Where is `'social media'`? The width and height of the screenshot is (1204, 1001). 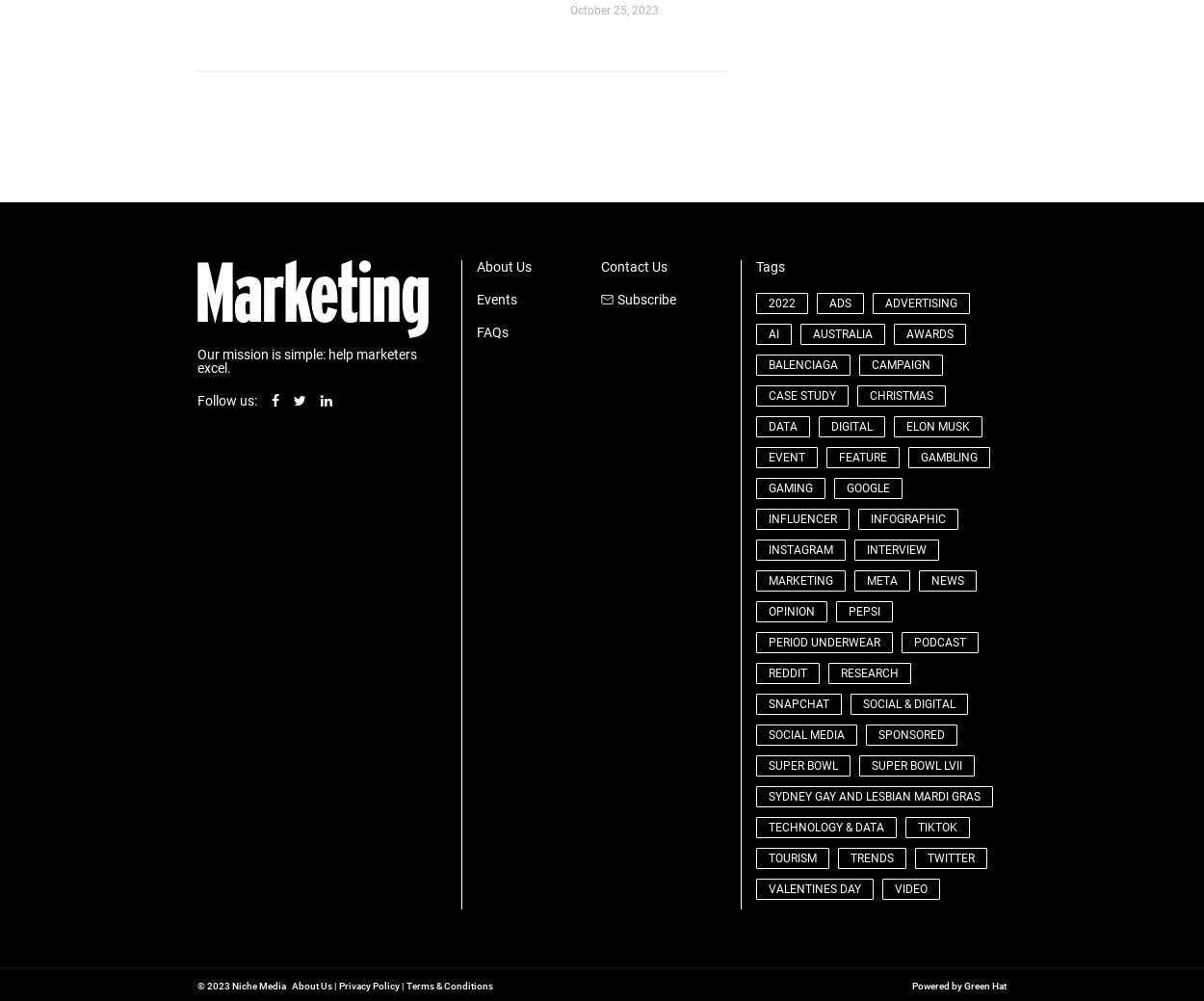
'social media' is located at coordinates (767, 733).